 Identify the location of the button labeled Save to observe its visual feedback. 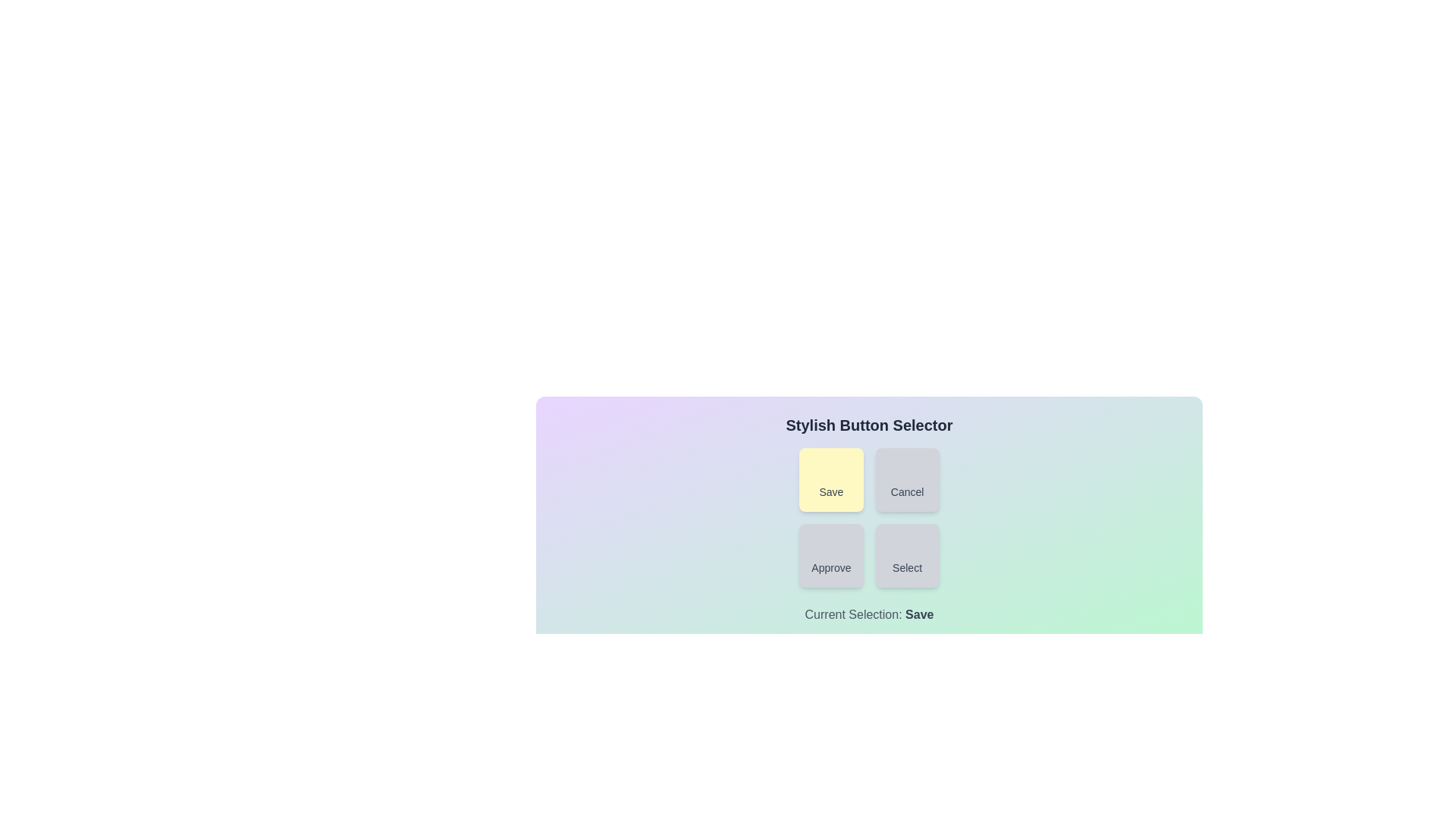
(830, 479).